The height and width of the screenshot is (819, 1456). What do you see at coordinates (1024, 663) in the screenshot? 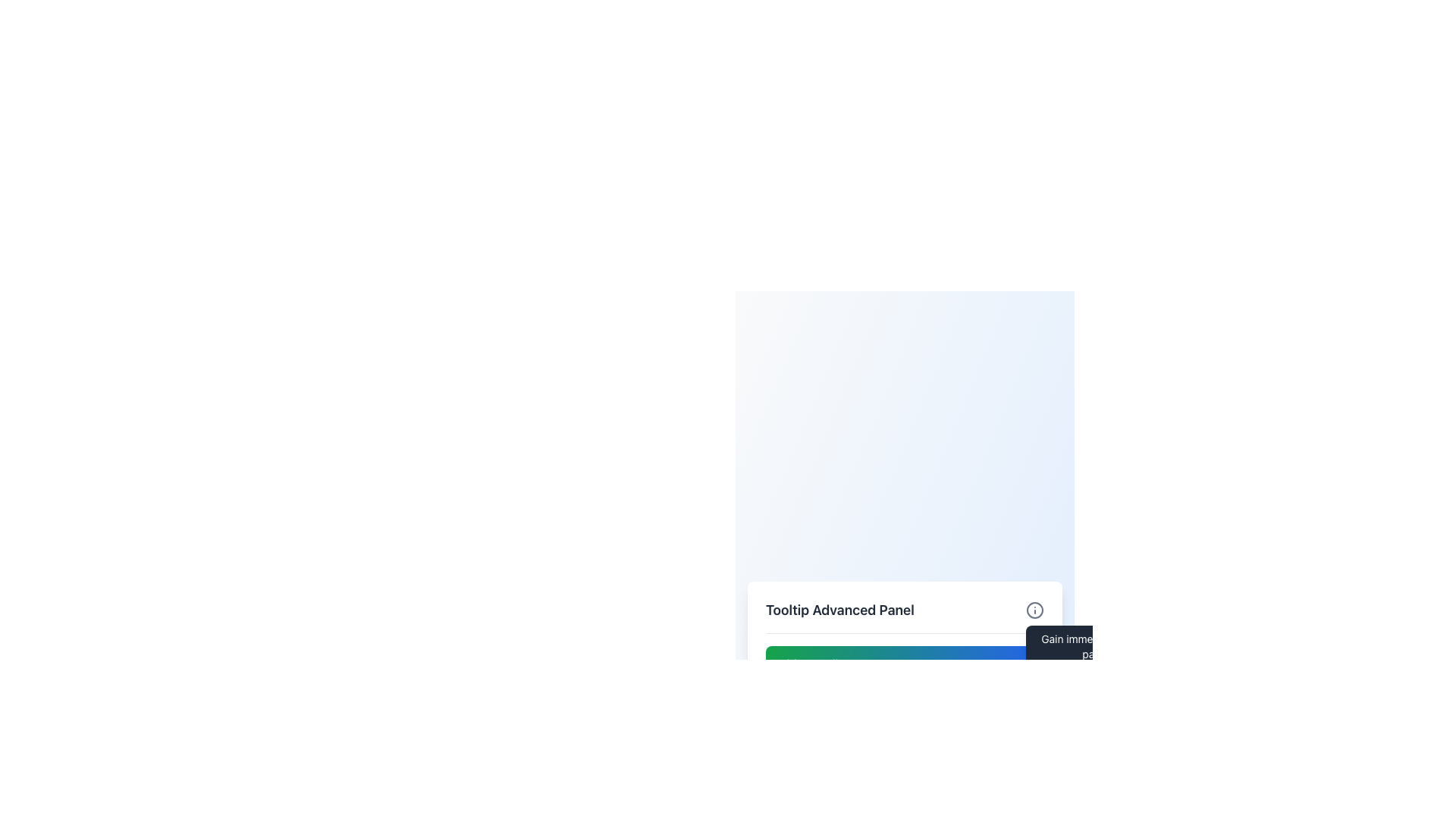
I see `the small downward-pointing chevron icon located on the right edge of the 'Hide Details' button` at bounding box center [1024, 663].